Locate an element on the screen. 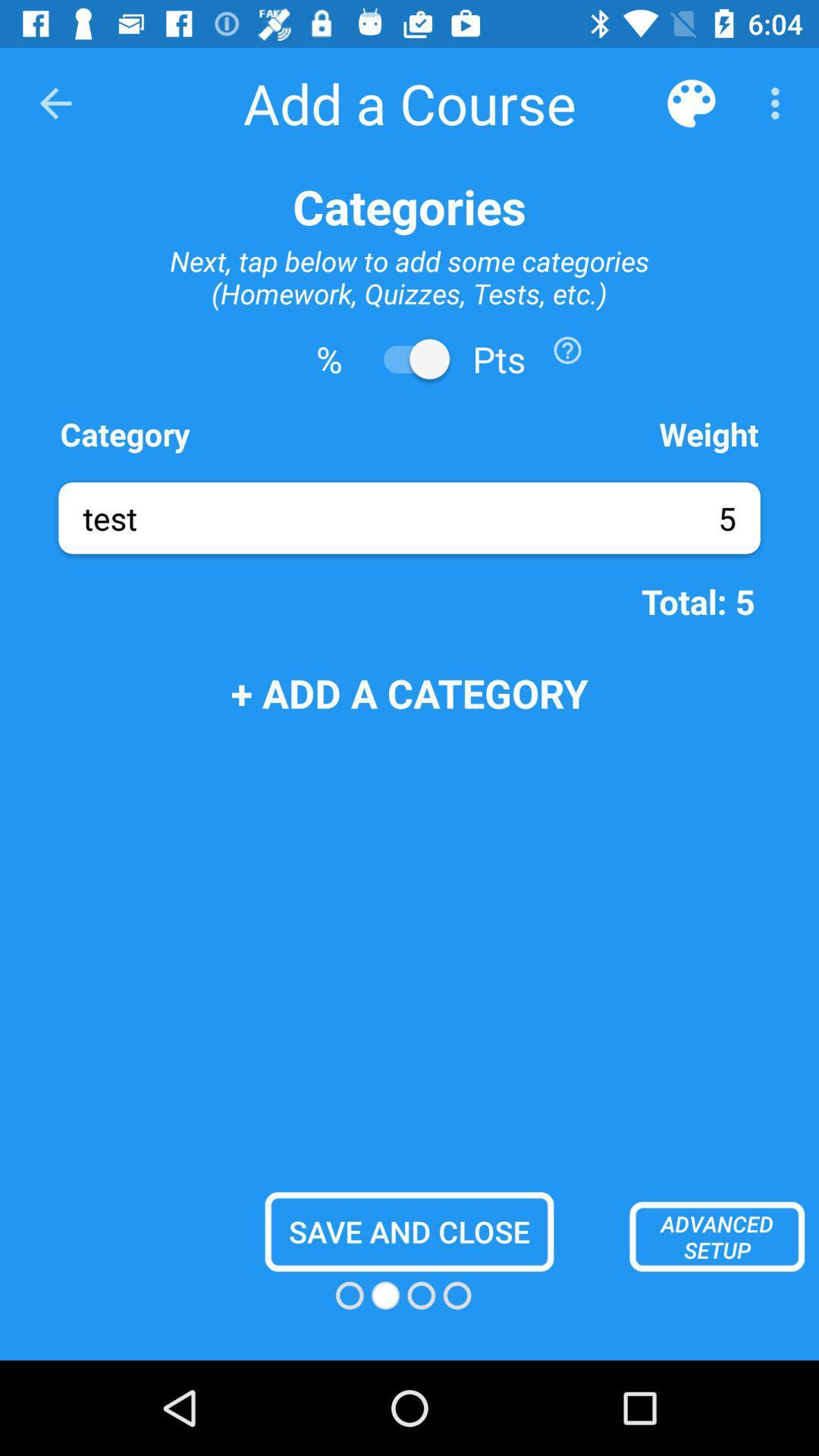 The height and width of the screenshot is (1456, 819). the icon below the next tap below is located at coordinates (567, 349).